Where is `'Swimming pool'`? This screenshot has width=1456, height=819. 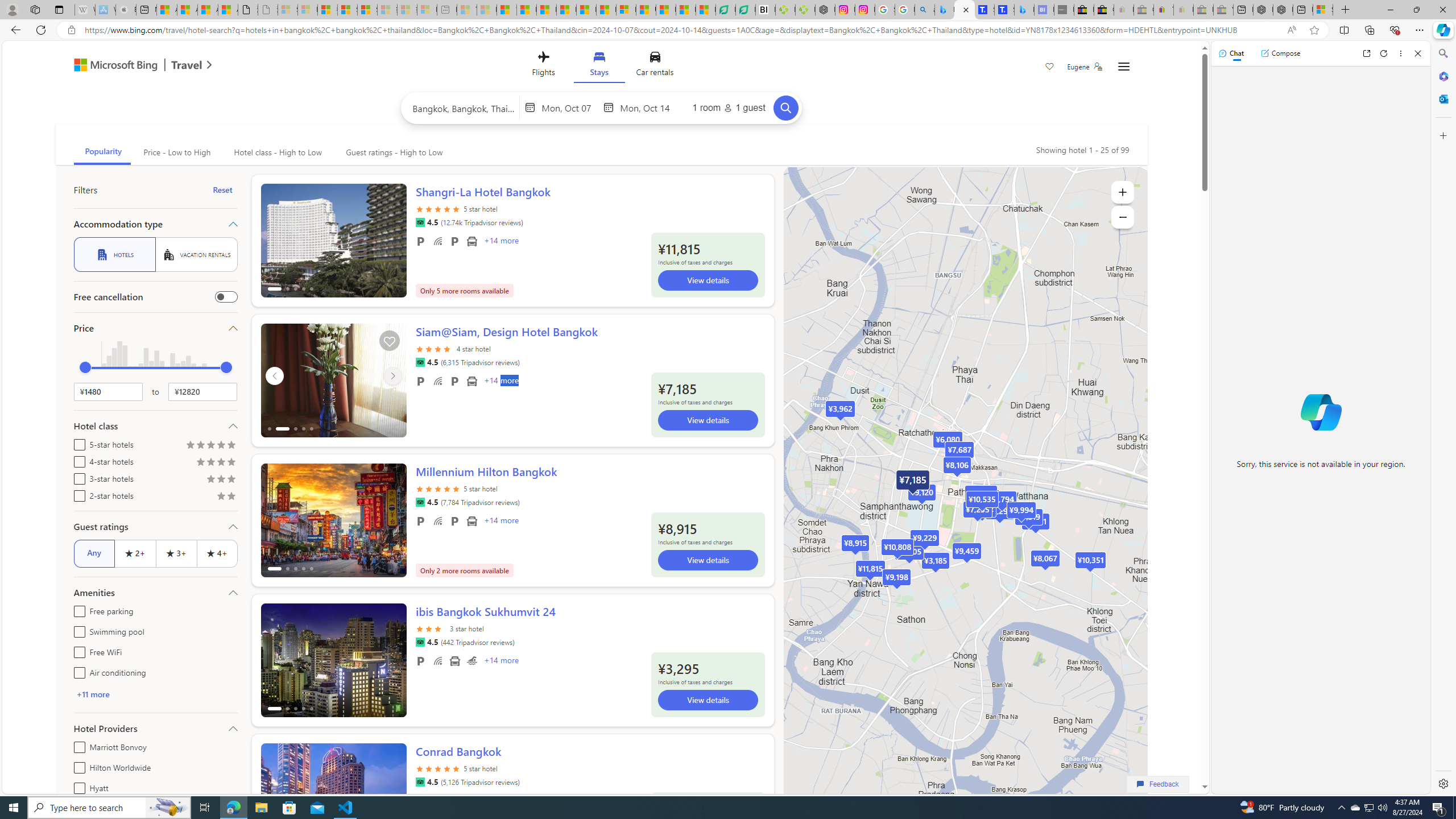 'Swimming pool' is located at coordinates (76, 630).